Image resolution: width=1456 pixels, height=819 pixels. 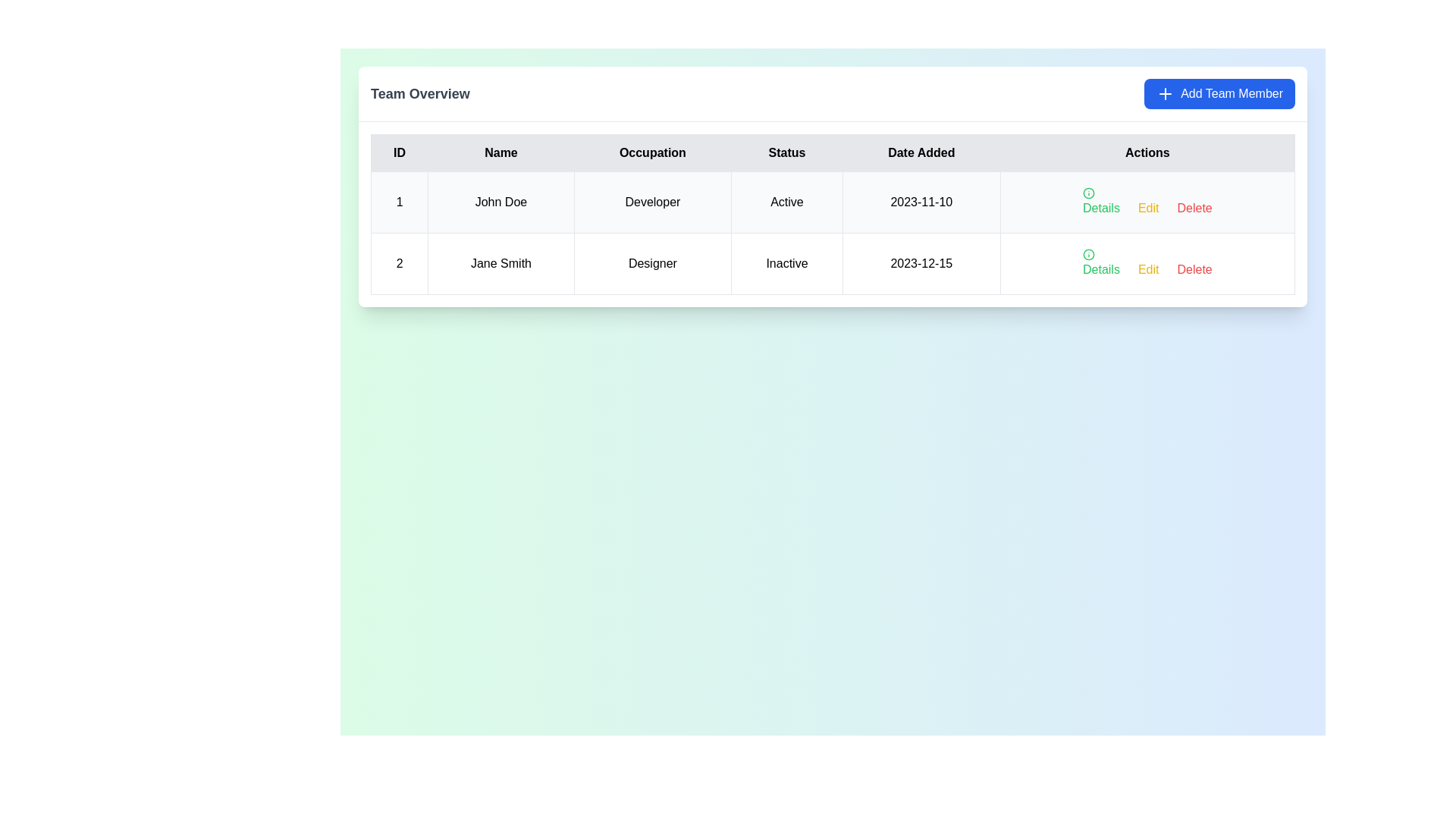 What do you see at coordinates (652, 152) in the screenshot?
I see `the table header cell labeled 'Occupation', which is the third column header between 'Name' and 'Status' in the table below the 'Team Overview' title` at bounding box center [652, 152].